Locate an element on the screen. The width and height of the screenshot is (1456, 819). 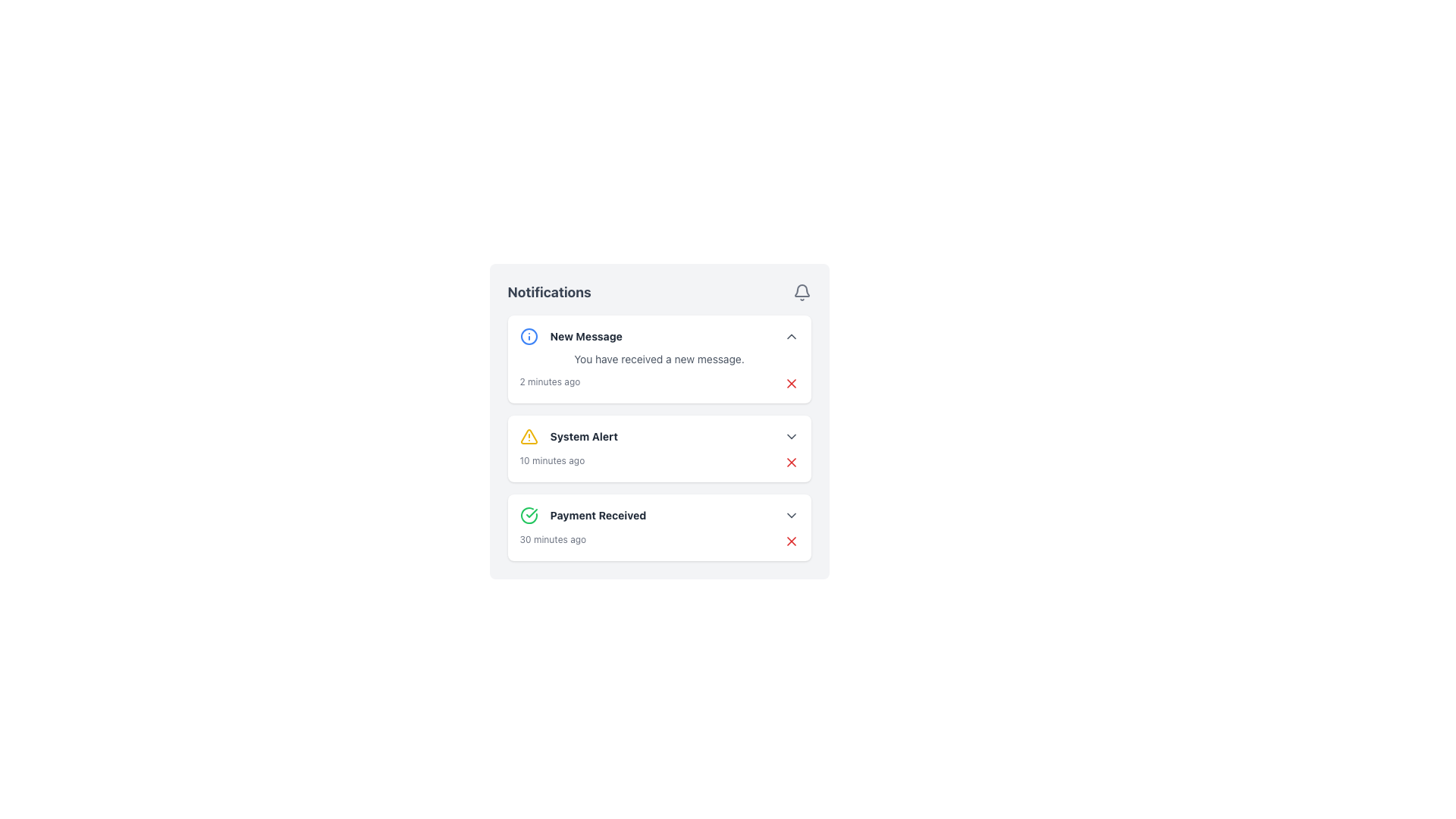
the bell icon in the top-right corner of the interface is located at coordinates (800, 290).